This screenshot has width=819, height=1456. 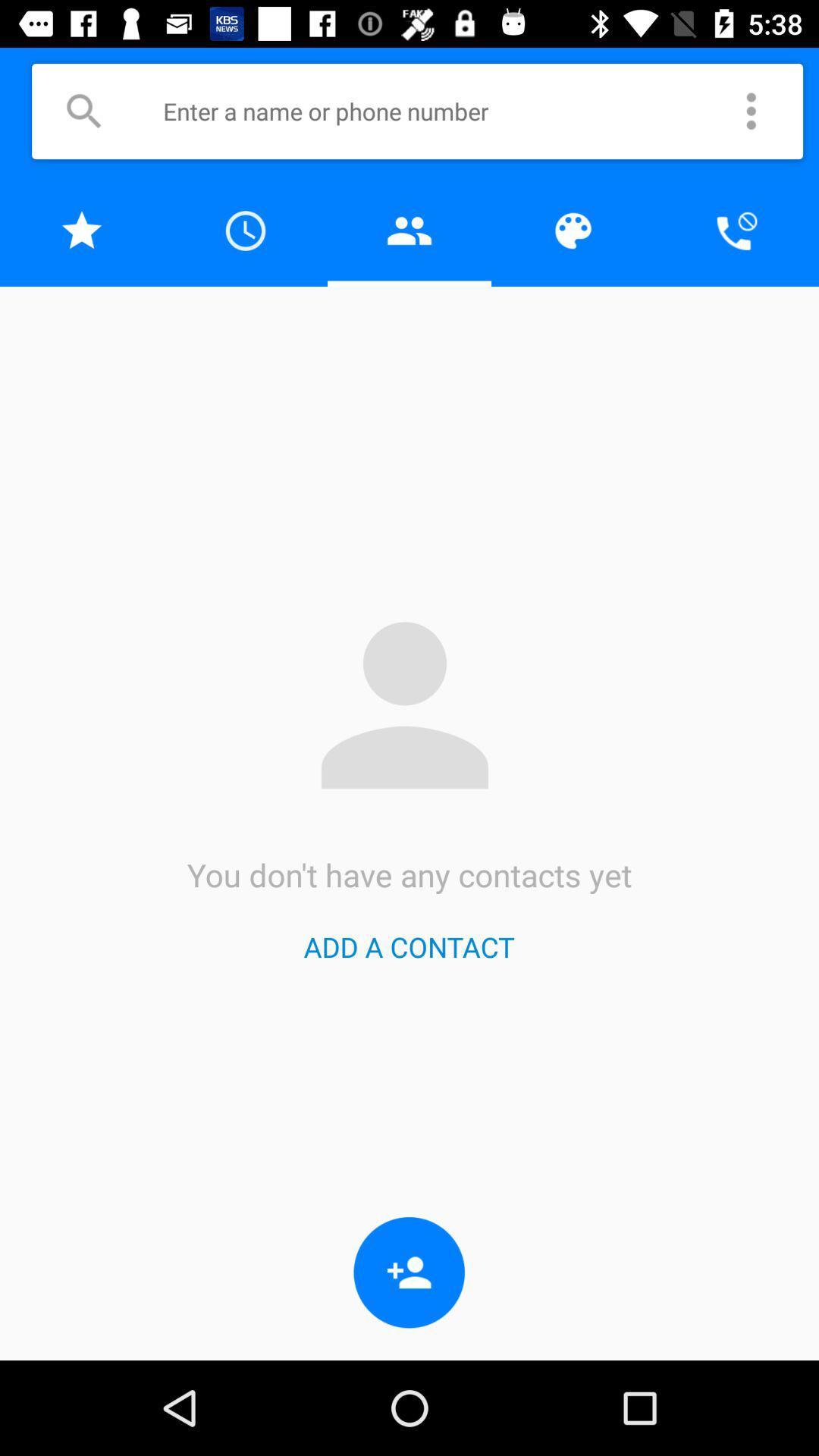 What do you see at coordinates (408, 946) in the screenshot?
I see `the item below the you don t icon` at bounding box center [408, 946].